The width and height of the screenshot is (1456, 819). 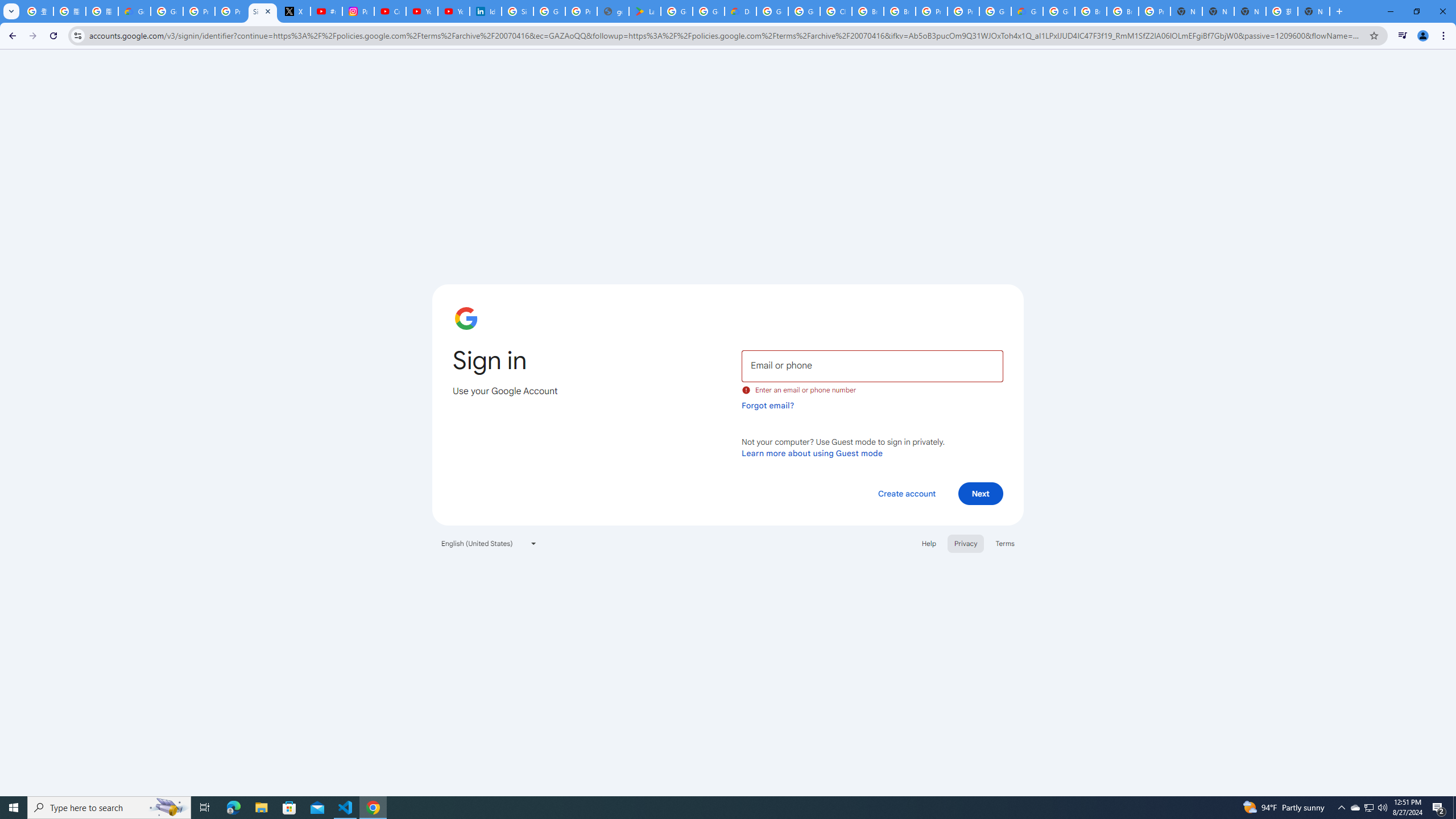 I want to click on 'Forgot email?', so click(x=767, y=405).